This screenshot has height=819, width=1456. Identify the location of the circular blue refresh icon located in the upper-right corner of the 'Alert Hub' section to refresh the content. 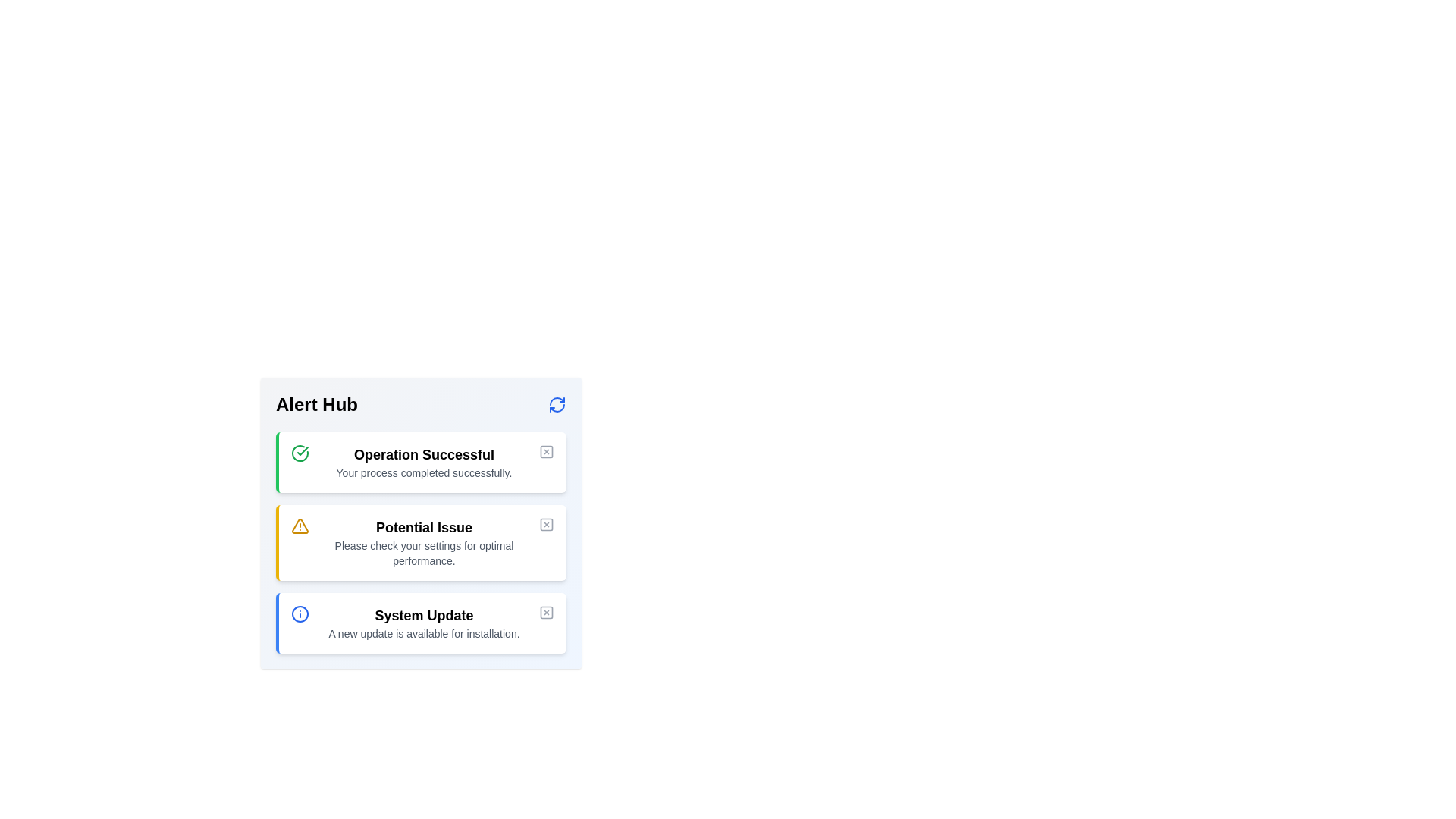
(556, 403).